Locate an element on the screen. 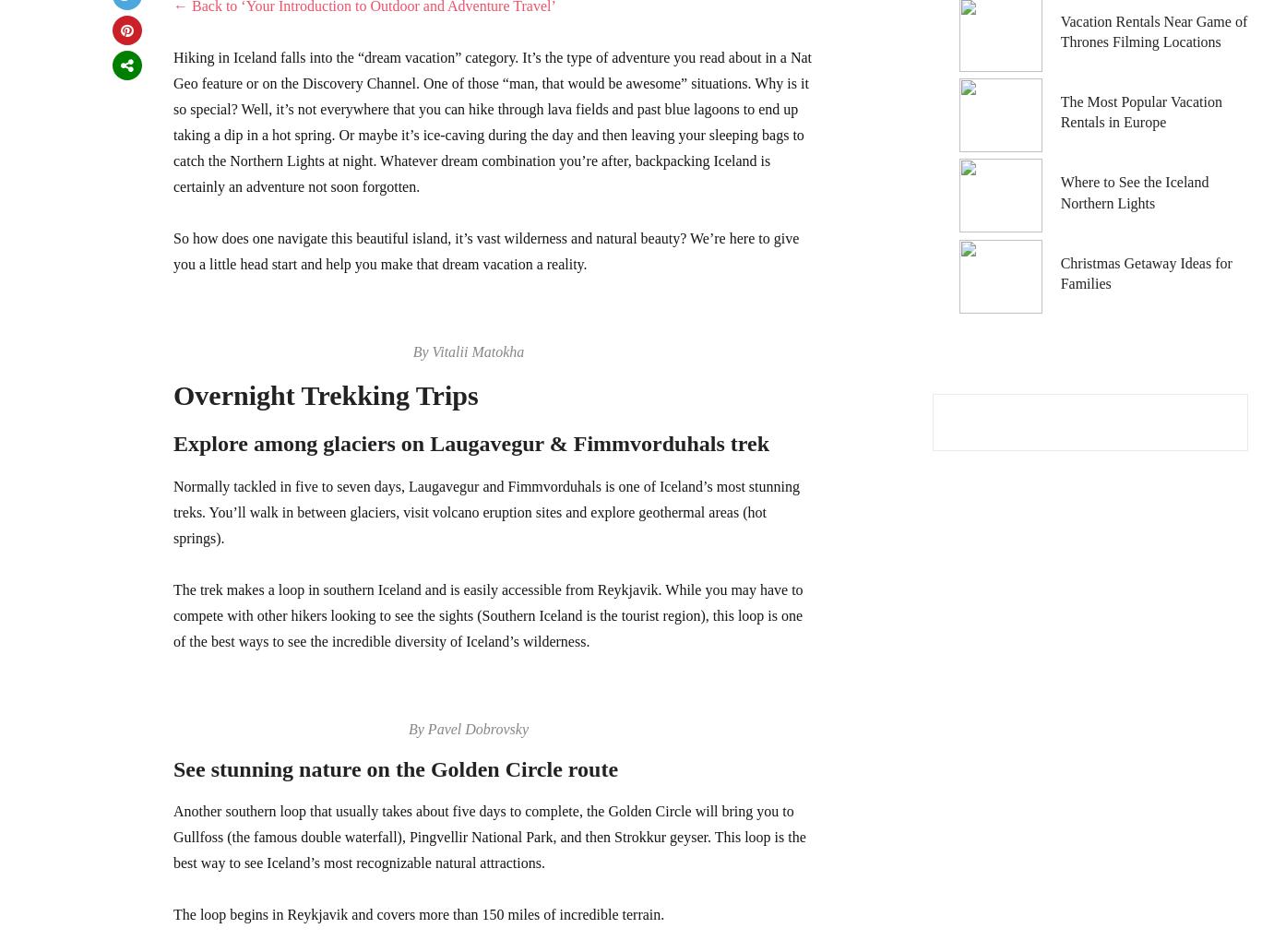 This screenshot has width=1274, height=952. 'Vacation Rentals Near Game of Thrones Filming Locations' is located at coordinates (1058, 30).